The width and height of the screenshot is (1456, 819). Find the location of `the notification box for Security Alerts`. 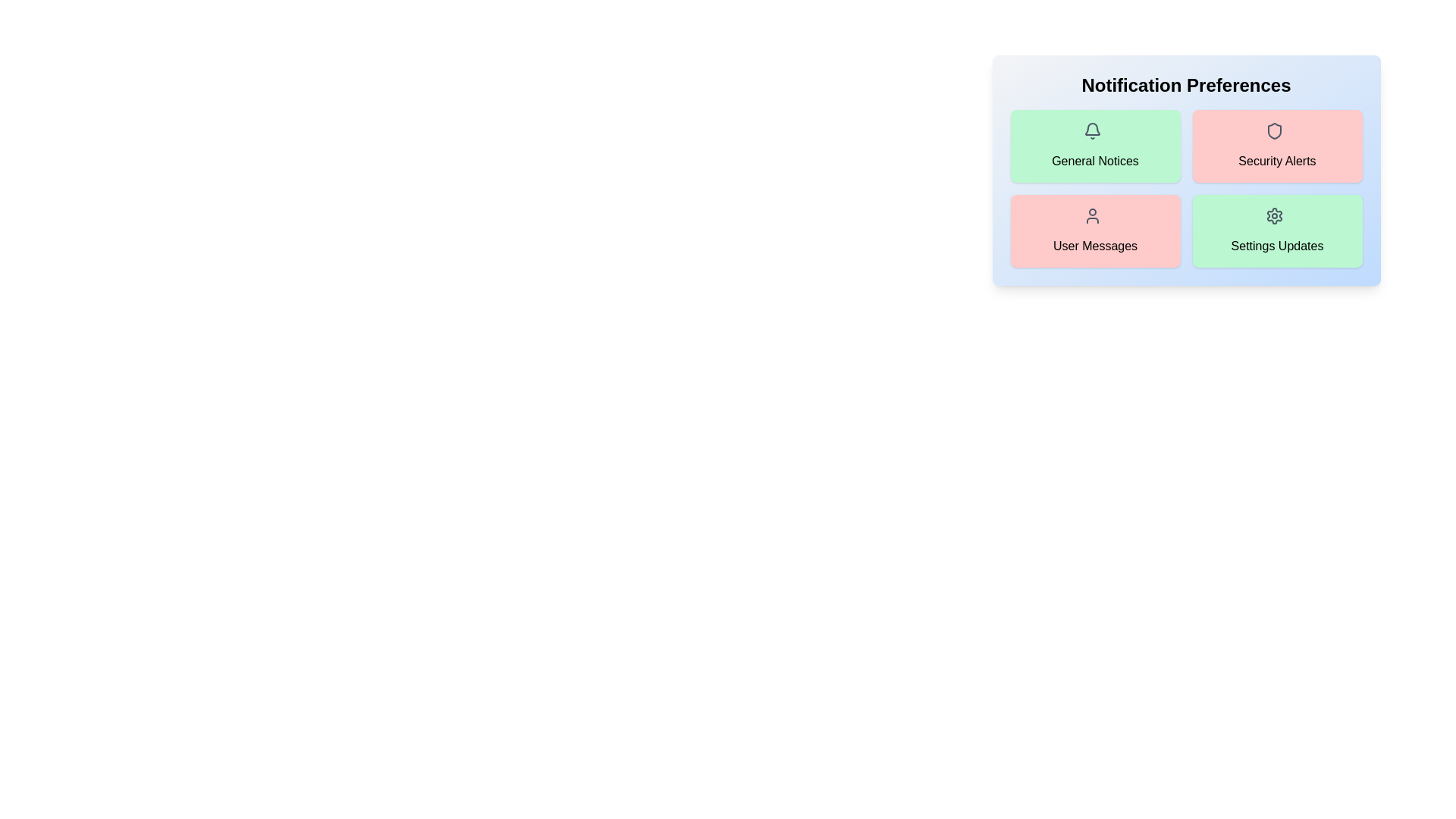

the notification box for Security Alerts is located at coordinates (1276, 146).